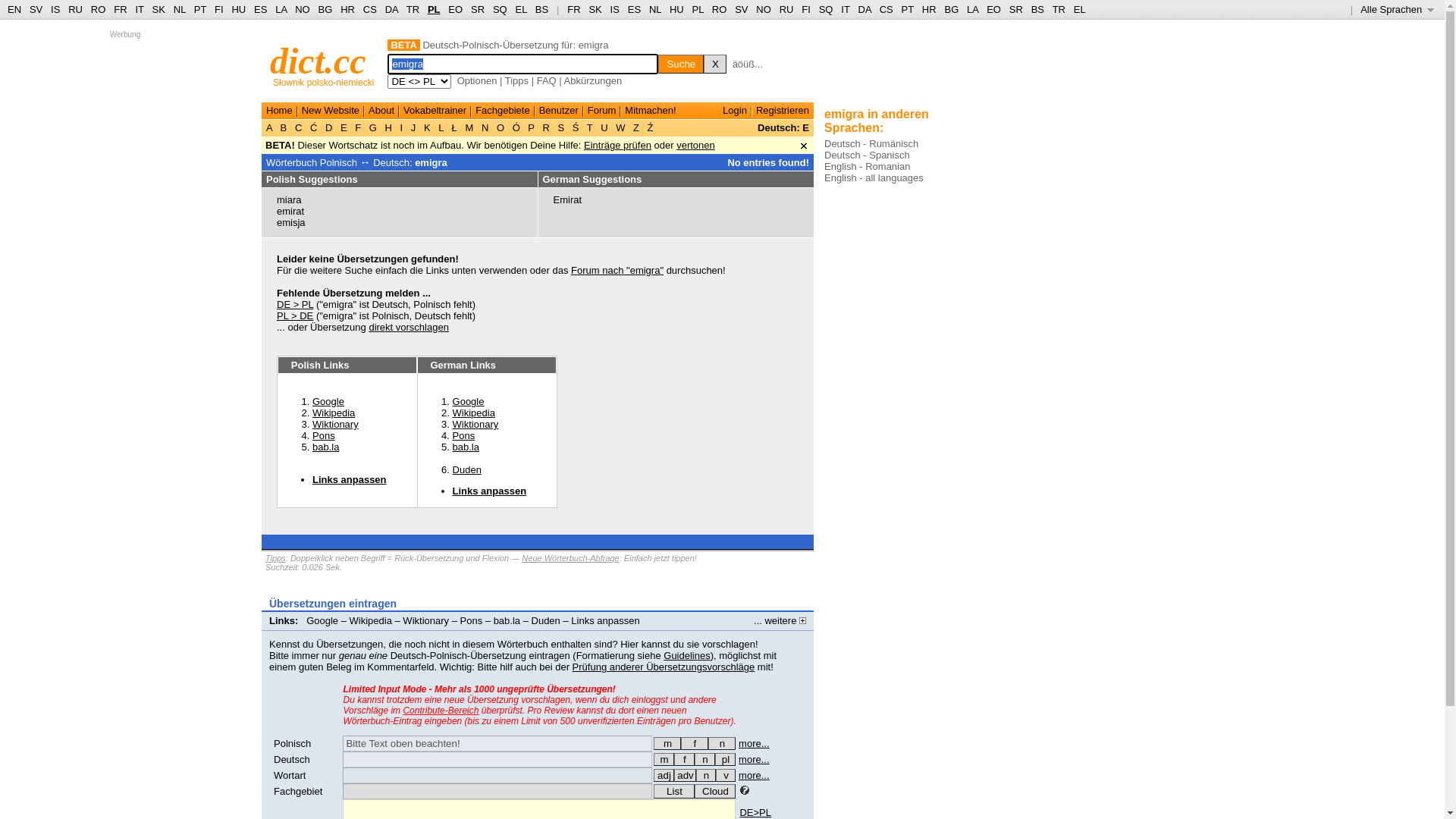 Image resolution: width=1456 pixels, height=819 pixels. I want to click on 'Pons', so click(451, 435).